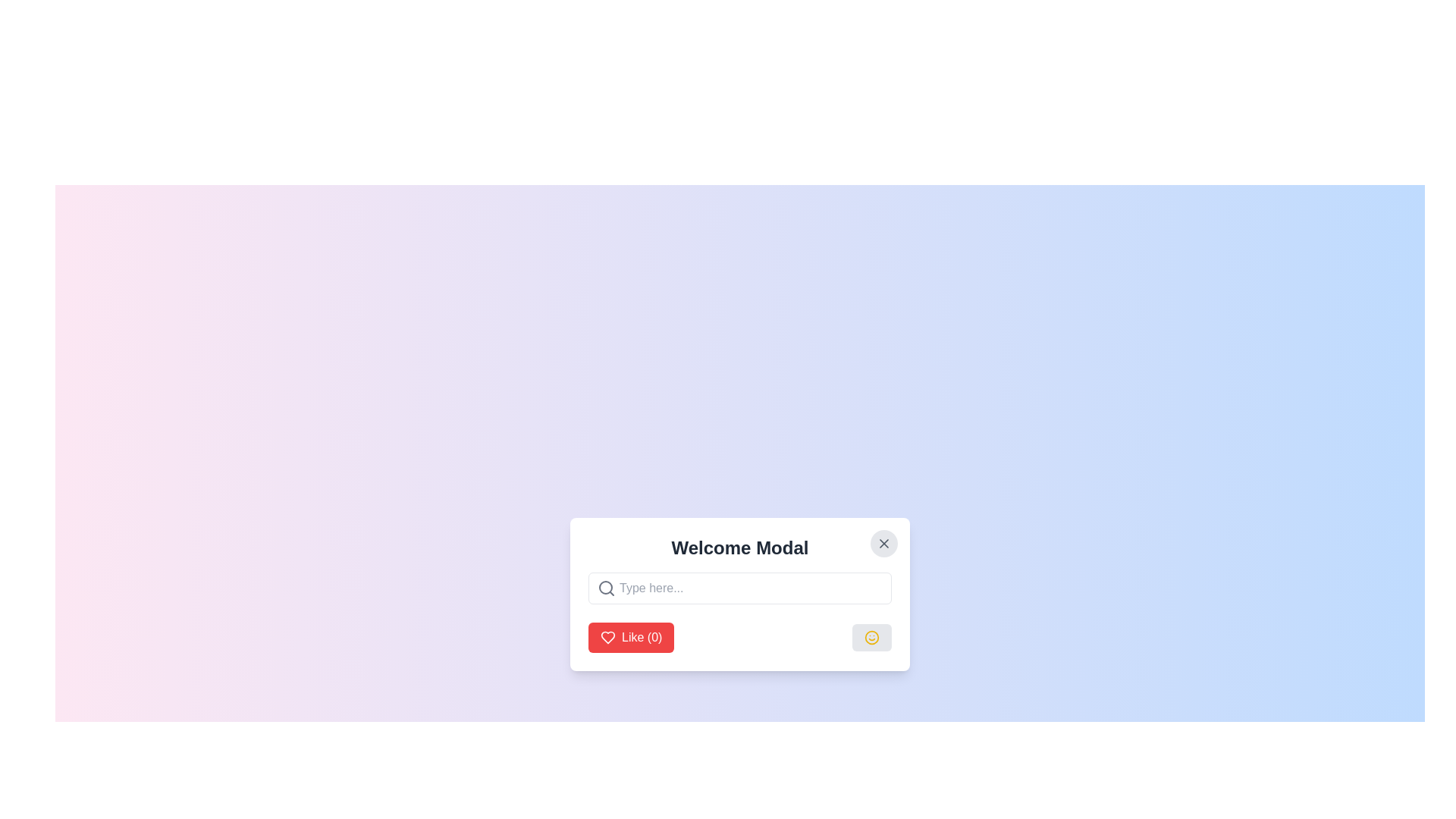 Image resolution: width=1456 pixels, height=819 pixels. I want to click on the 'Like (0)' button with a red background and white text to change its background color, so click(631, 637).